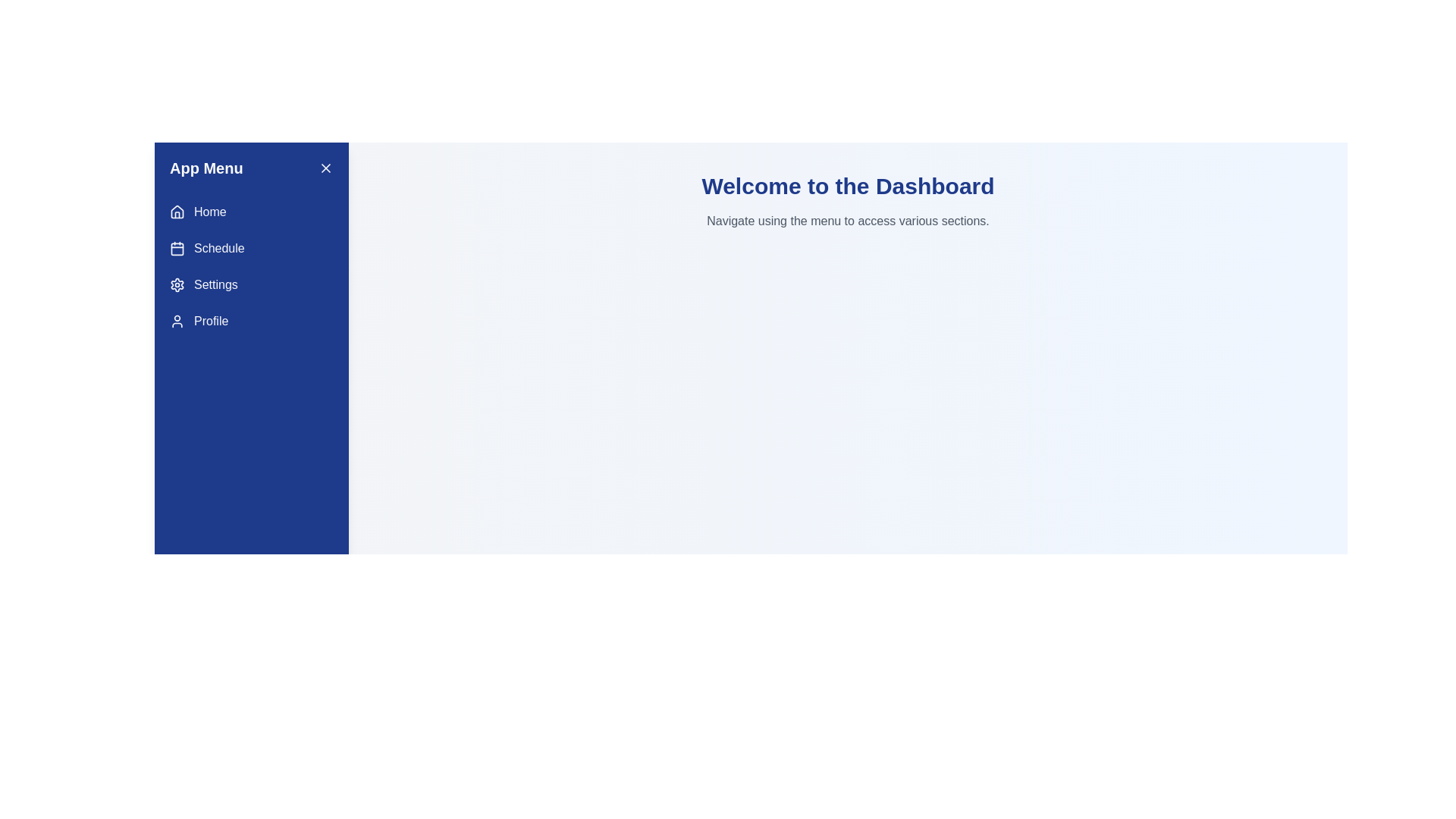 The height and width of the screenshot is (819, 1456). What do you see at coordinates (251, 284) in the screenshot?
I see `the menu item Settings to navigate to the corresponding section` at bounding box center [251, 284].